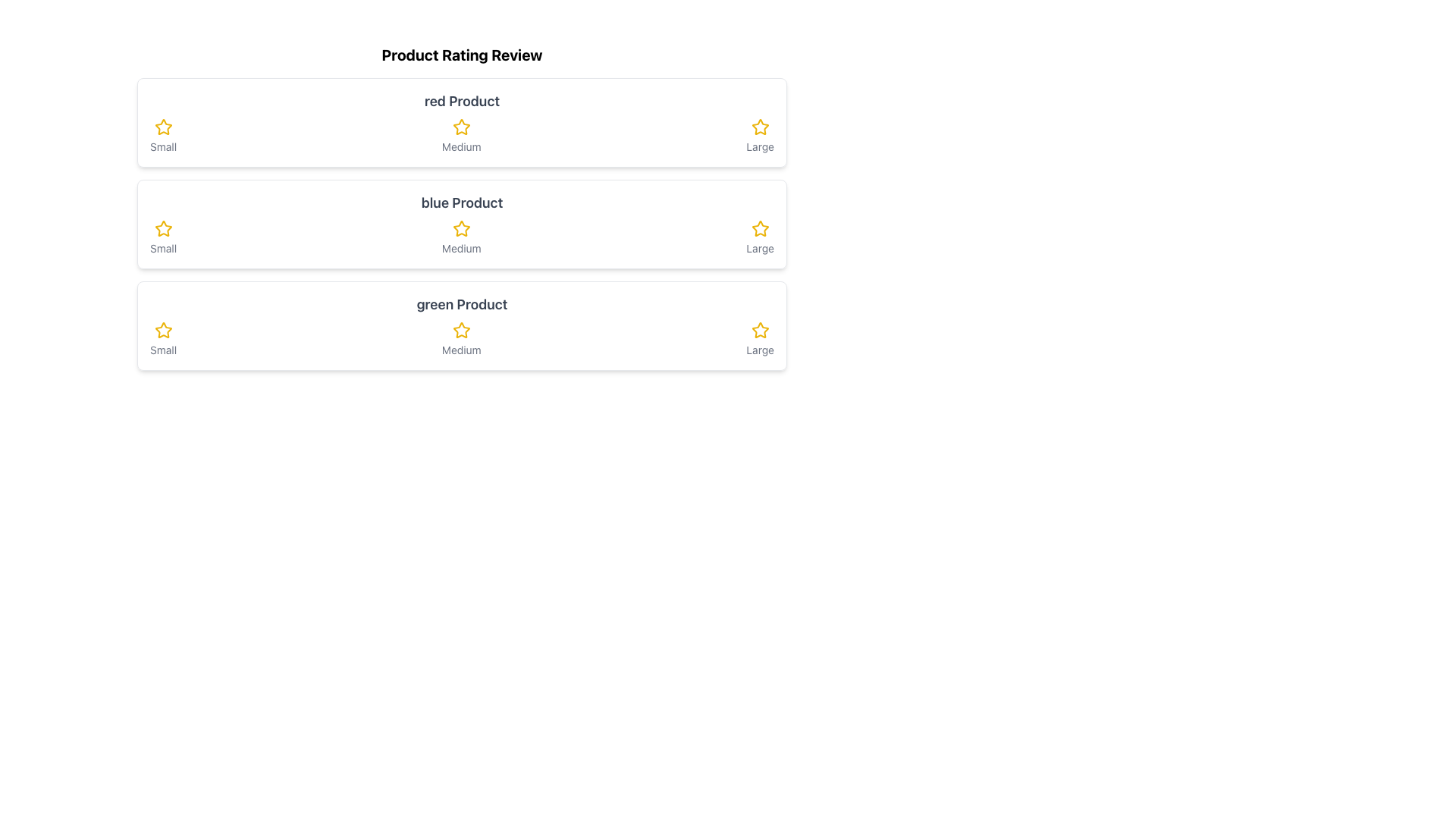 The height and width of the screenshot is (819, 1456). What do you see at coordinates (760, 329) in the screenshot?
I see `the yellow star icon located under the 'Large' category in the 'green Product' row, which is positioned in the bottom-most card of a stacked list` at bounding box center [760, 329].